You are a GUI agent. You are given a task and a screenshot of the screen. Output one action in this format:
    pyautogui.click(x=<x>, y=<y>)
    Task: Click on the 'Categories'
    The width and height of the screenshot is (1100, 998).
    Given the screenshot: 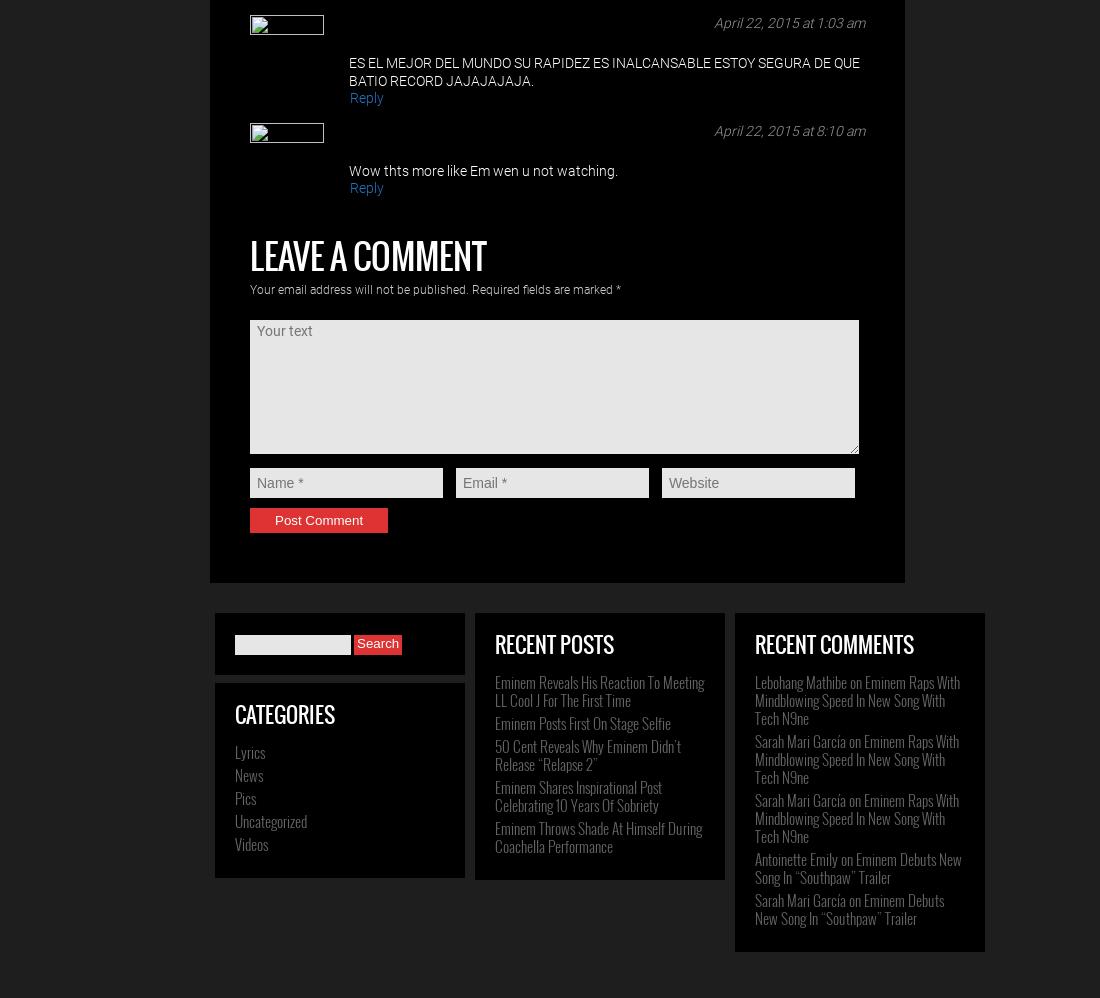 What is the action you would take?
    pyautogui.click(x=284, y=714)
    